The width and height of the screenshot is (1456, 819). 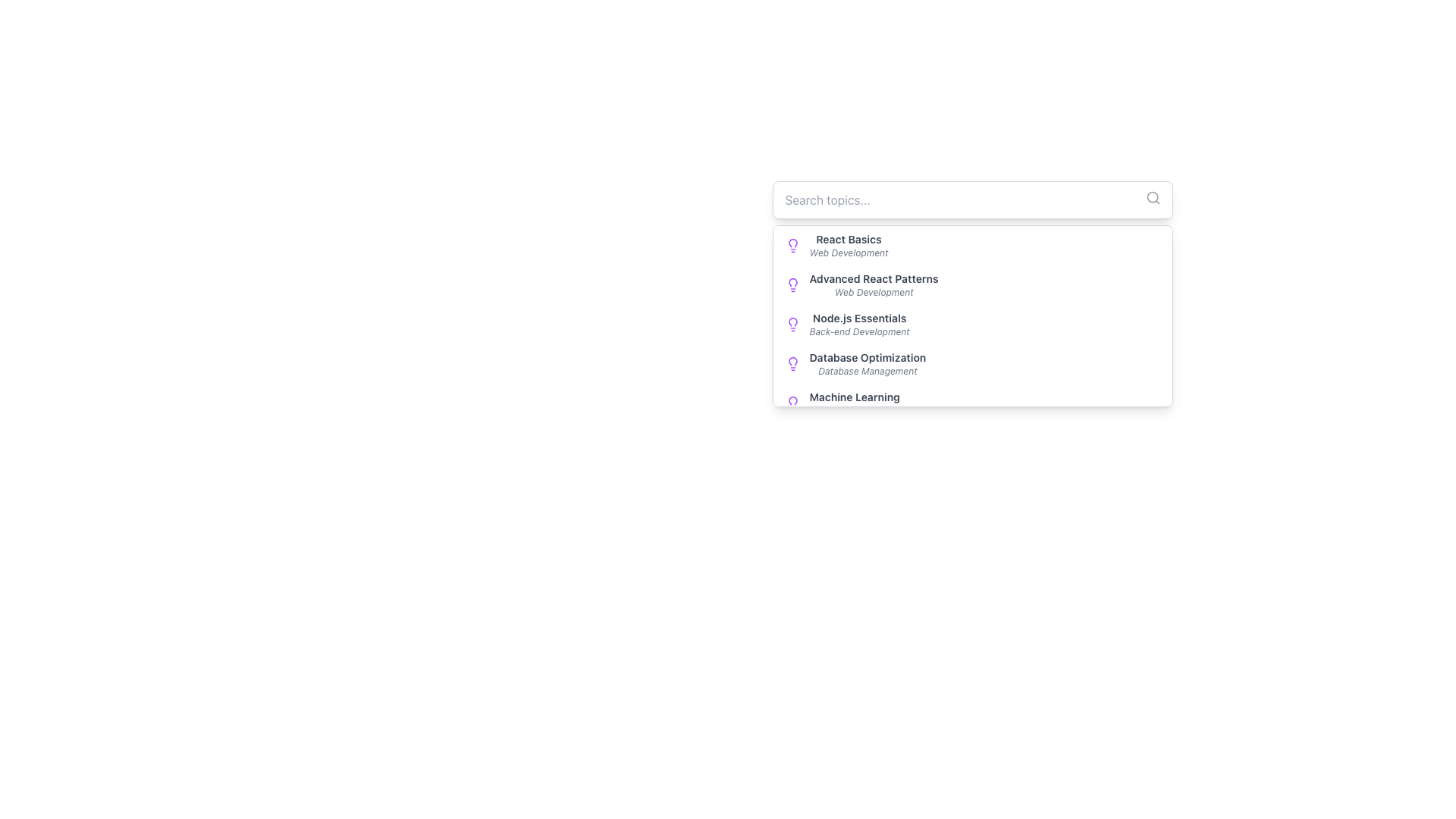 I want to click on the text element displaying 'Advanced React Patterns', which is the second item in a list under a search or filter component, so click(x=874, y=278).